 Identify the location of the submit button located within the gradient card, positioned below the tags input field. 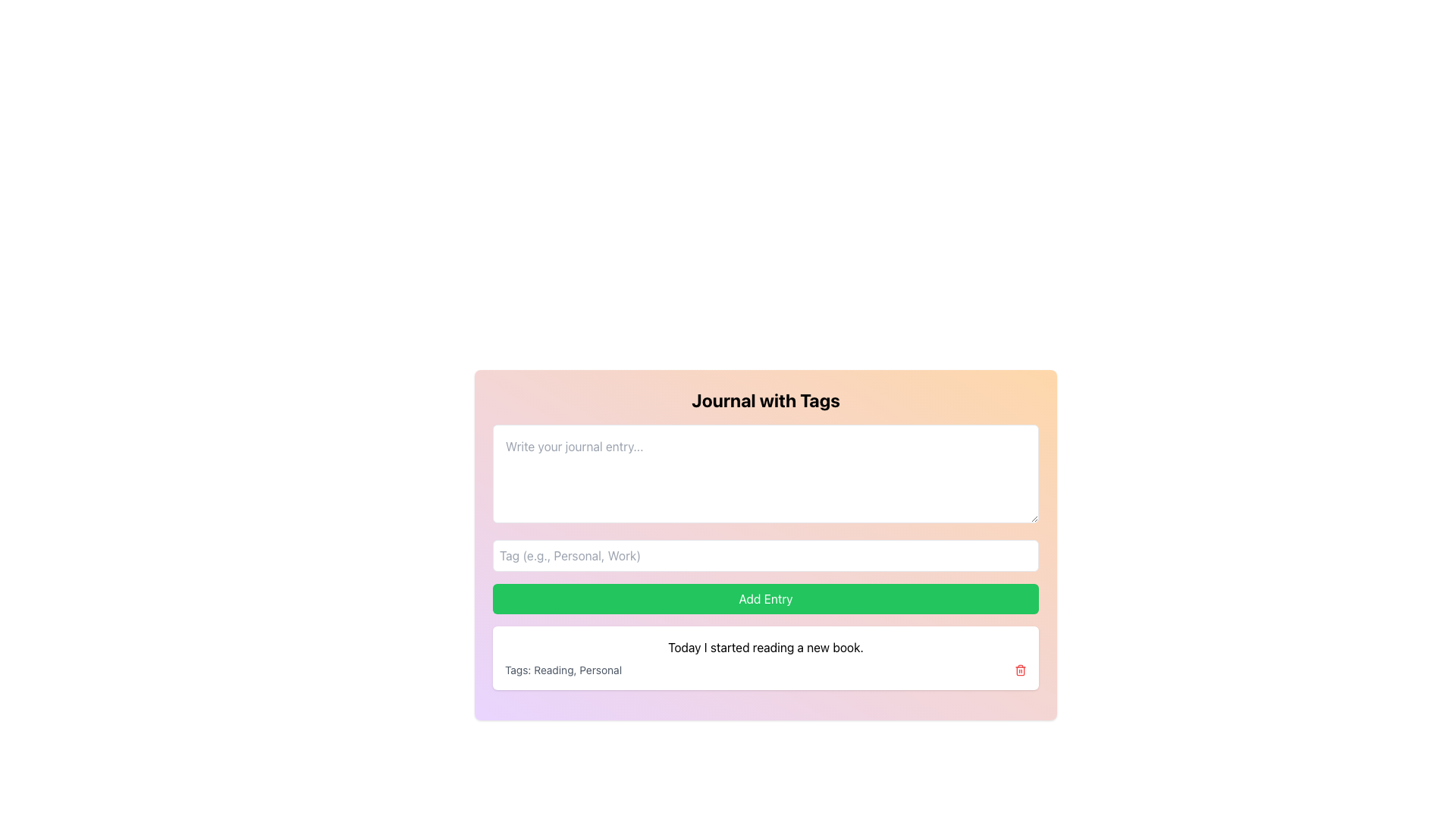
(765, 598).